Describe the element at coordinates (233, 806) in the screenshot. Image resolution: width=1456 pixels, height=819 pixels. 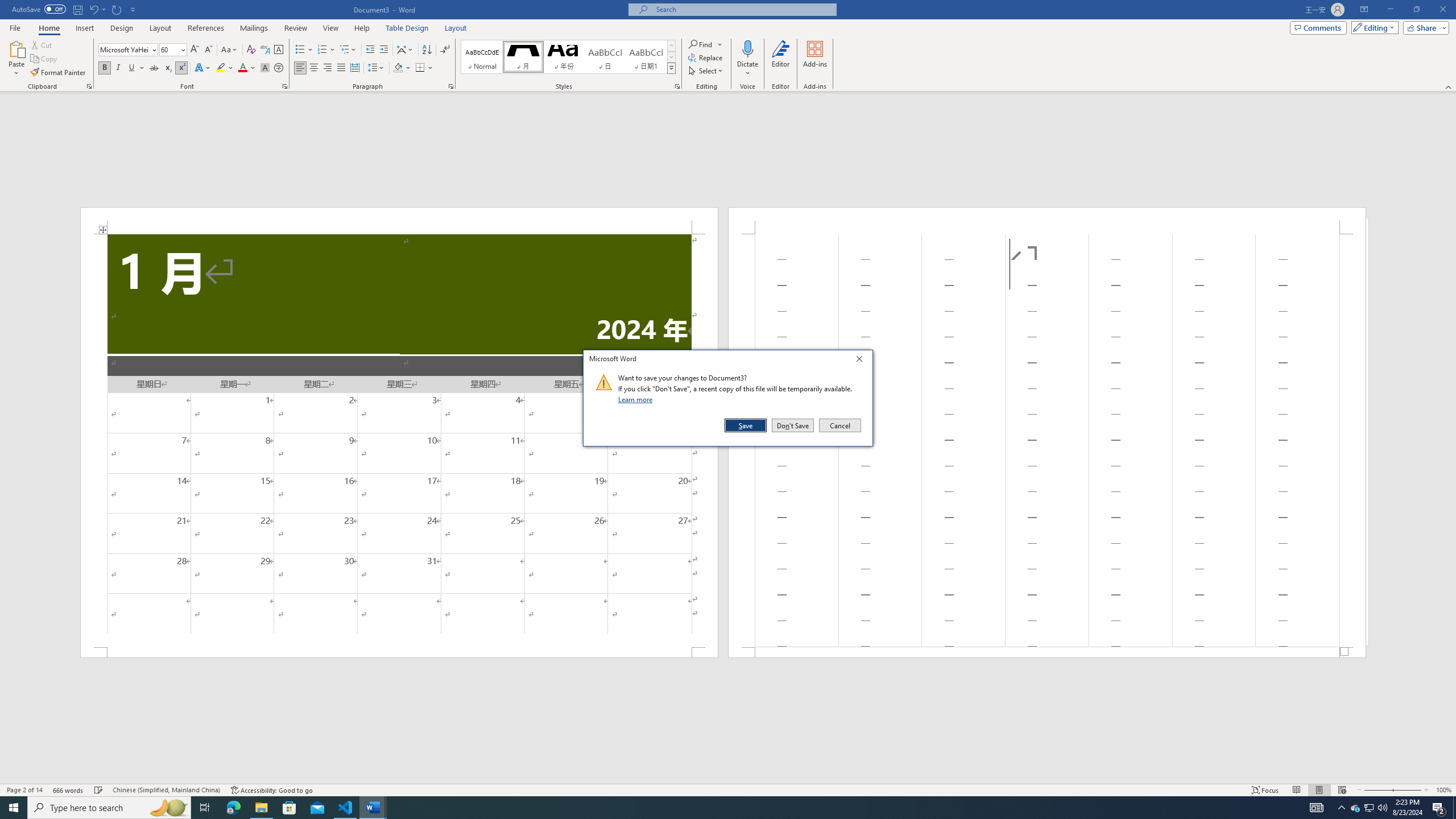
I see `'Microsoft Edge'` at that location.